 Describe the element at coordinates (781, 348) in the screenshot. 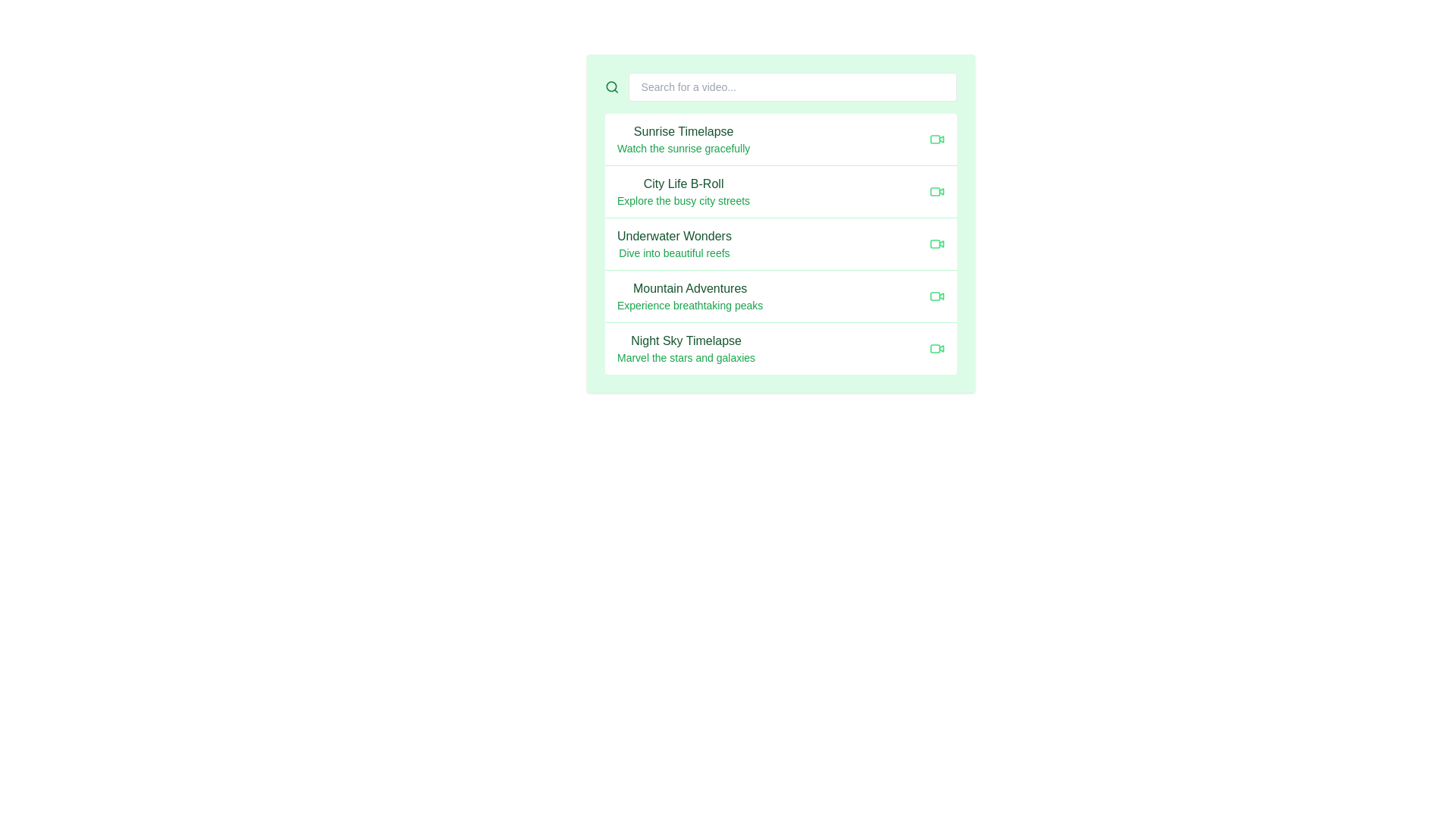

I see `the fifth list item representing 'Night Sky Timelapse'` at that location.